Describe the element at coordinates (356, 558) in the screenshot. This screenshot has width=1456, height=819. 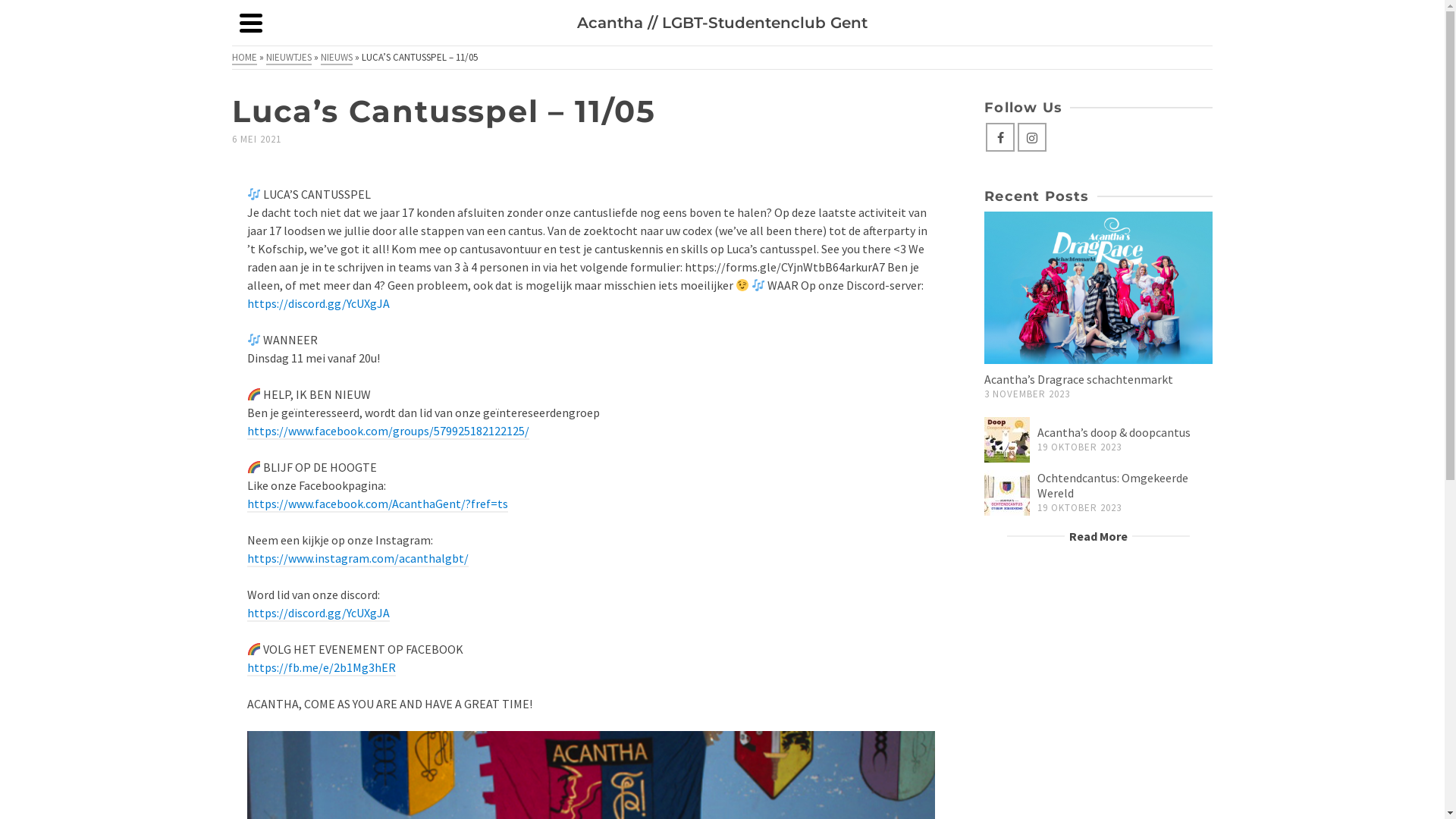
I see `'https://www.instagram.com/acanthalgbt/'` at that location.